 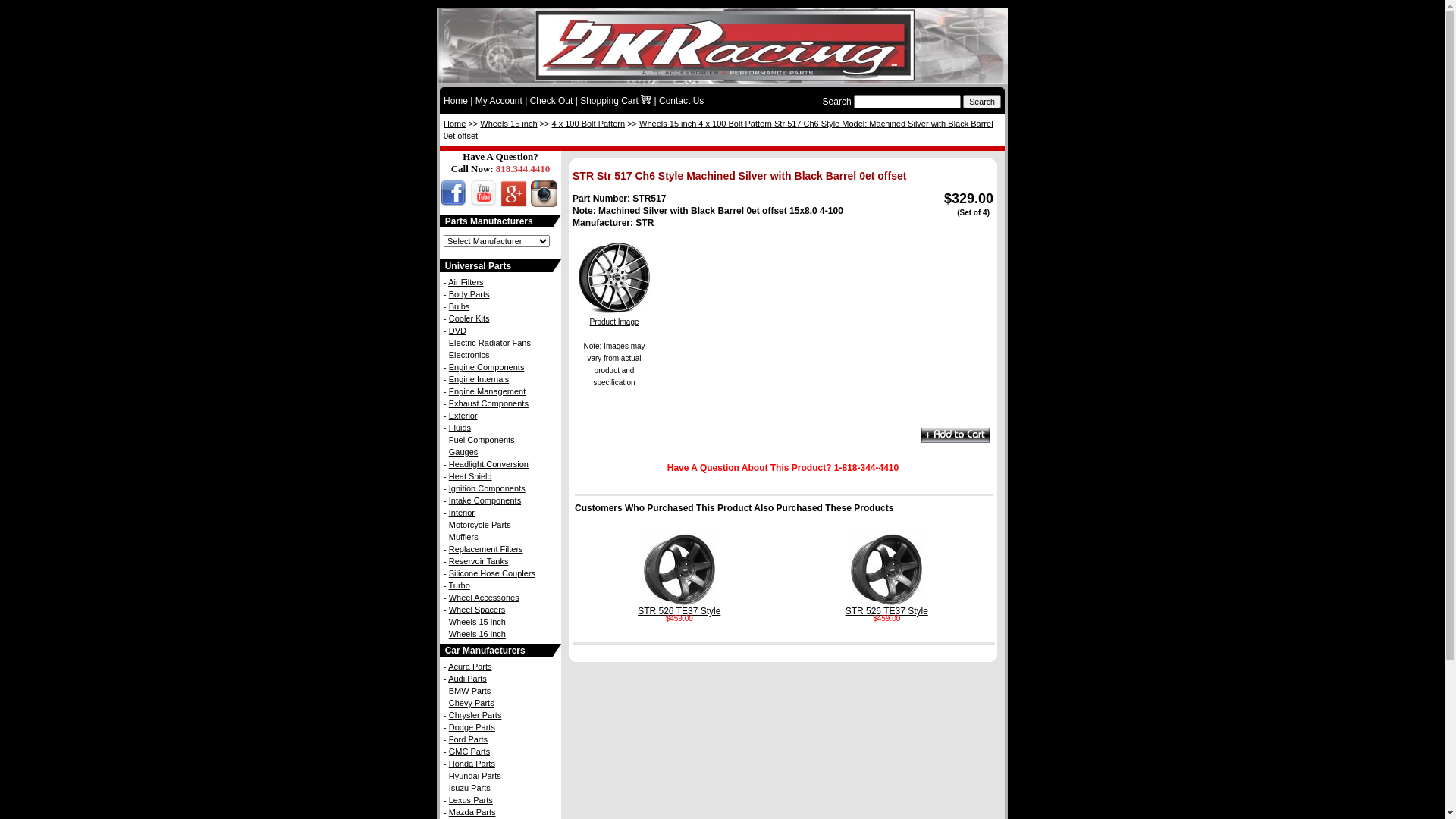 What do you see at coordinates (453, 122) in the screenshot?
I see `'Home'` at bounding box center [453, 122].